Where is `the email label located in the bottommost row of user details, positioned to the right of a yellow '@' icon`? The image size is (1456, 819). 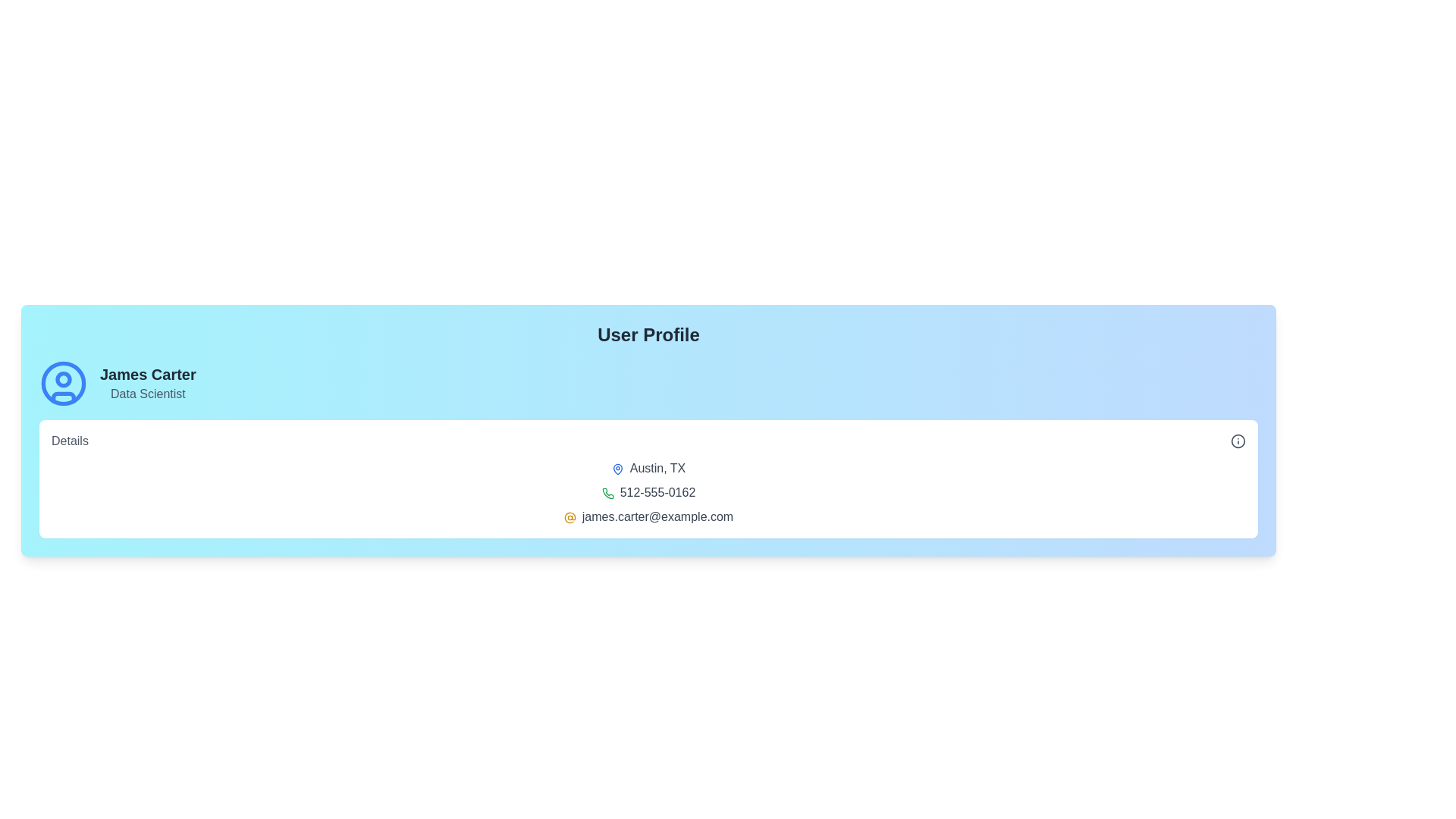
the email label located in the bottommost row of user details, positioned to the right of a yellow '@' icon is located at coordinates (648, 516).